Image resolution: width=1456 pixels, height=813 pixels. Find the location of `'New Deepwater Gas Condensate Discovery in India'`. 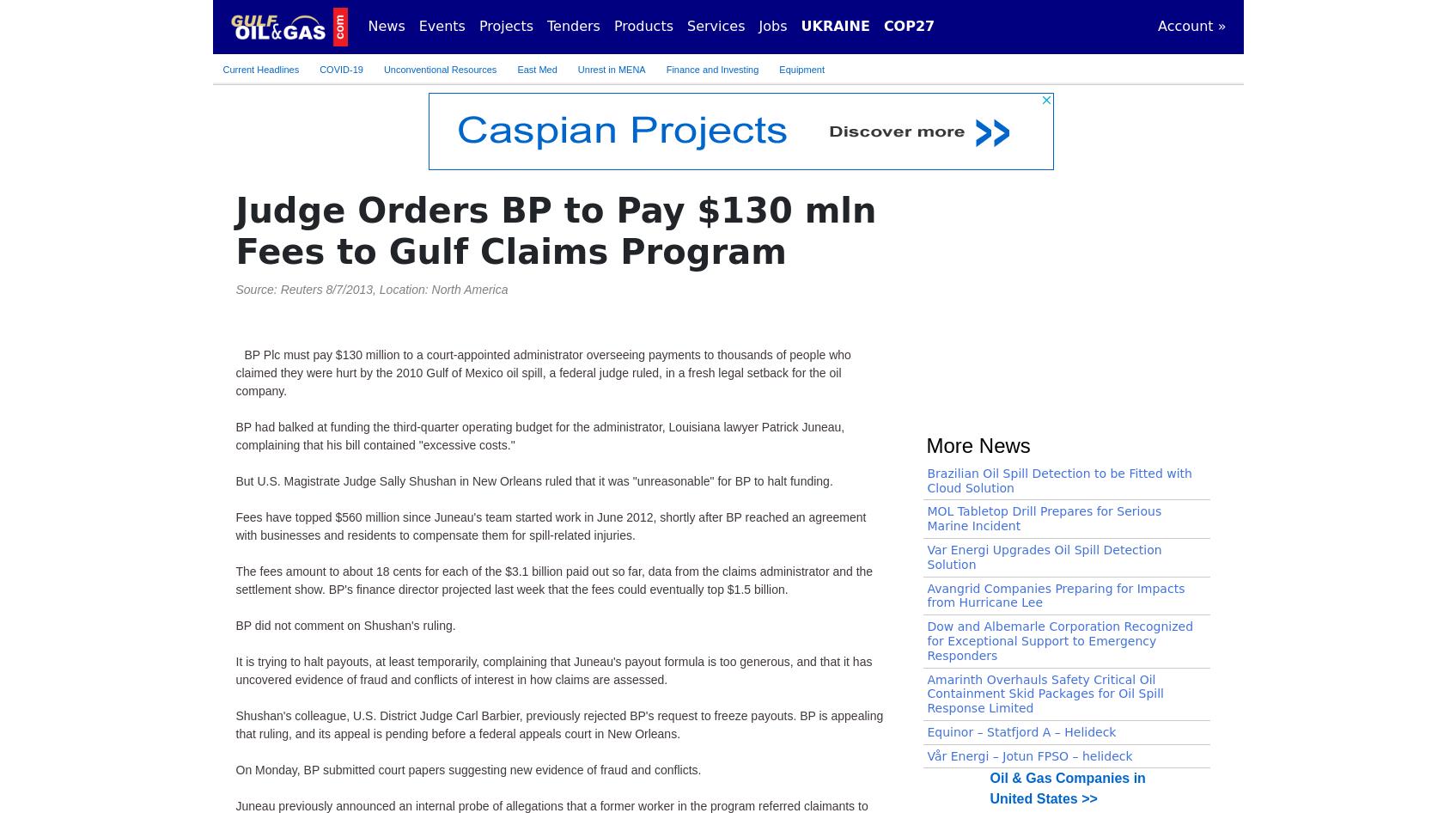

'New Deepwater Gas Condensate Discovery in India' is located at coordinates (1057, 251).